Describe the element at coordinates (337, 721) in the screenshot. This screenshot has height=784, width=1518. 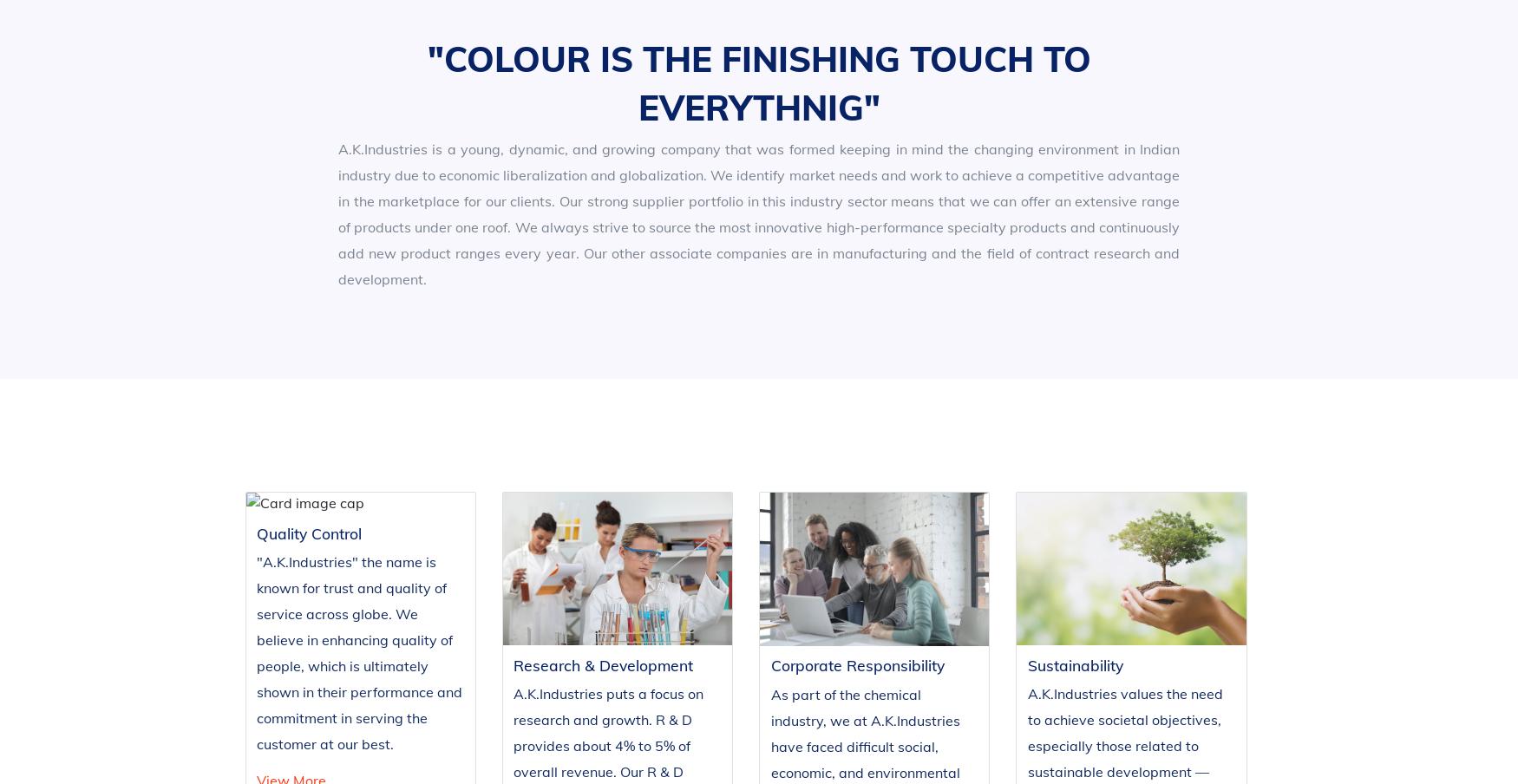
I see `'Research and Development'` at that location.